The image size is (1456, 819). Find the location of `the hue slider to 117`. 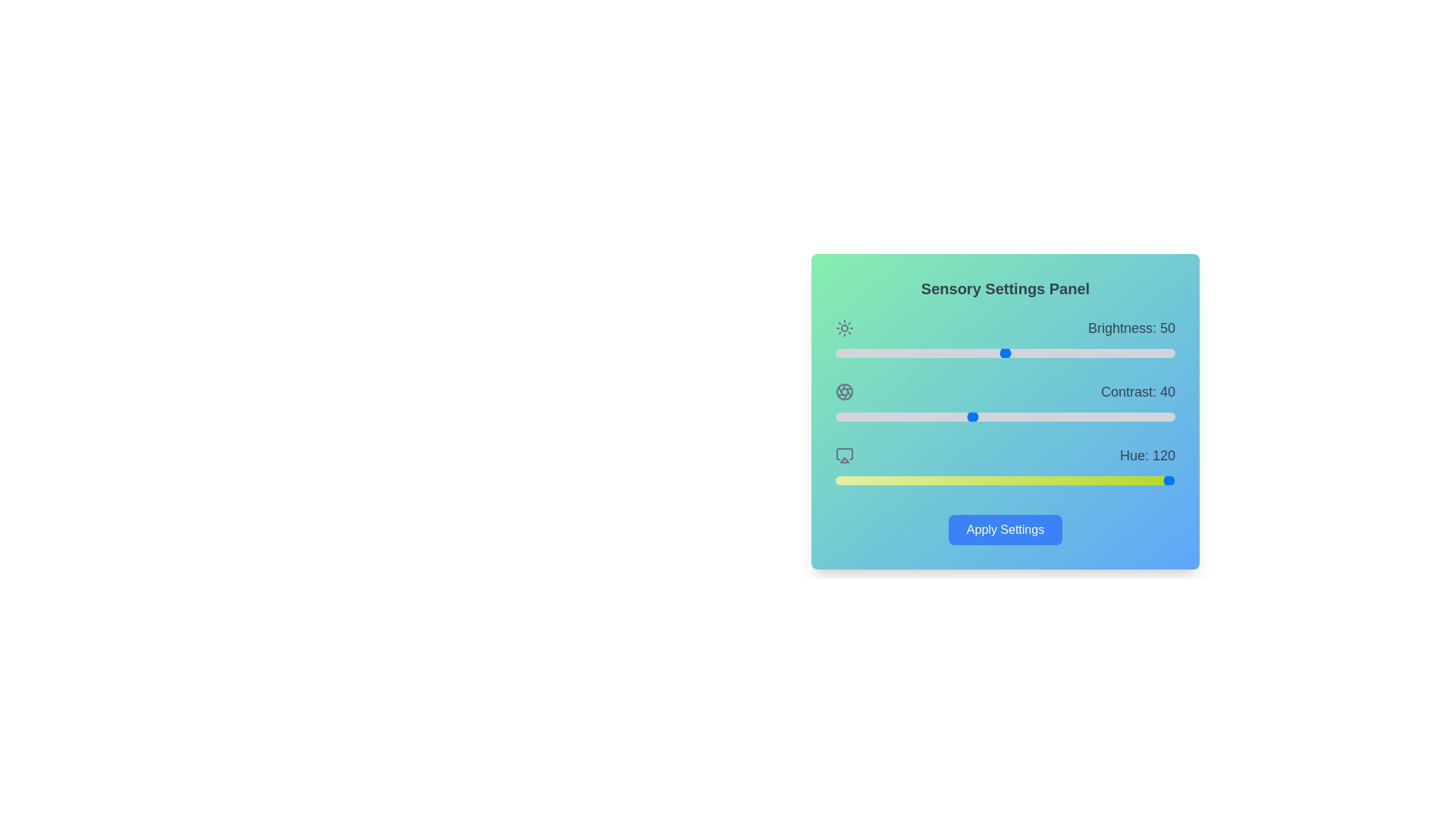

the hue slider to 117 is located at coordinates (945, 480).